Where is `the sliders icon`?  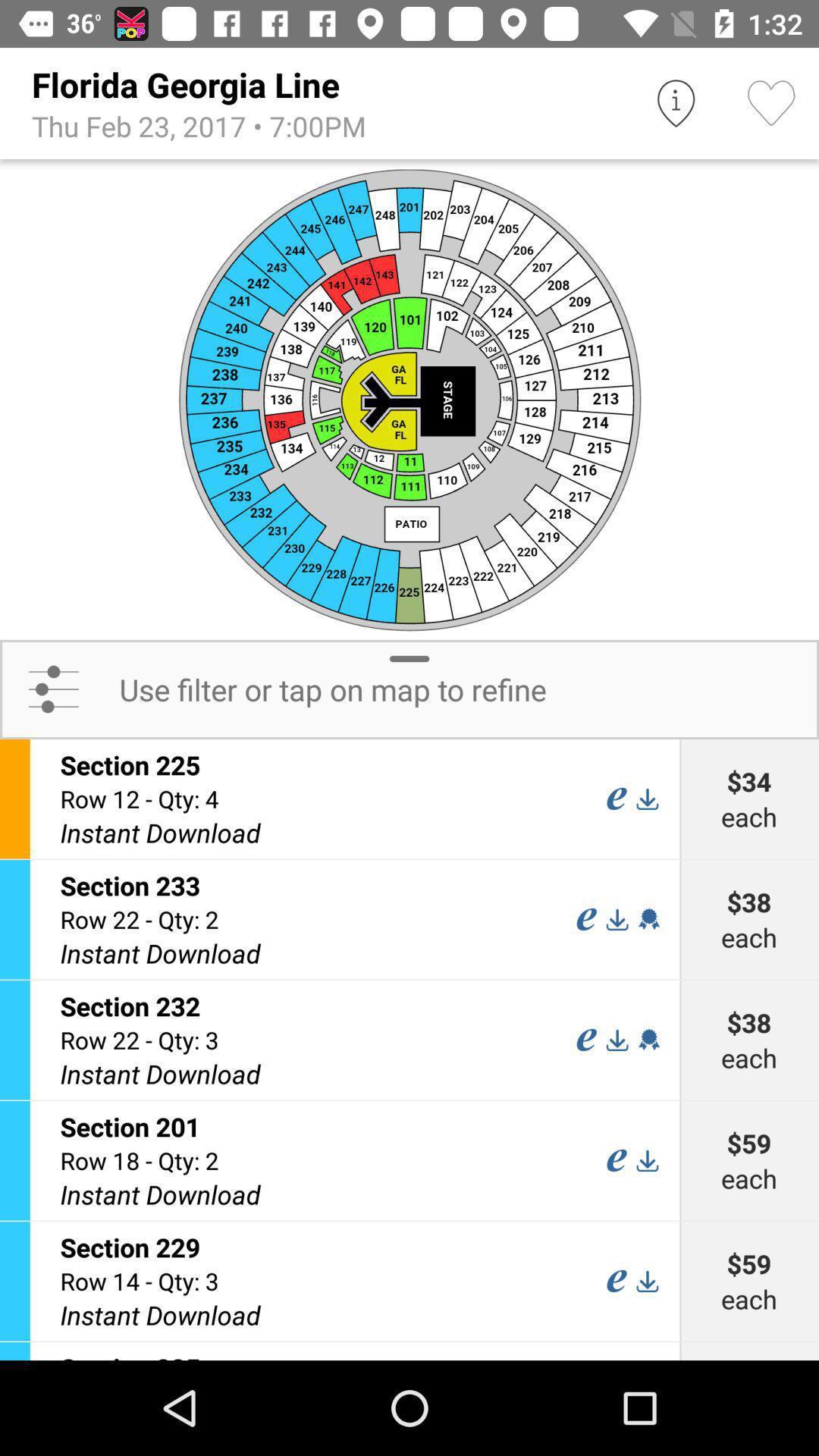 the sliders icon is located at coordinates (52, 689).